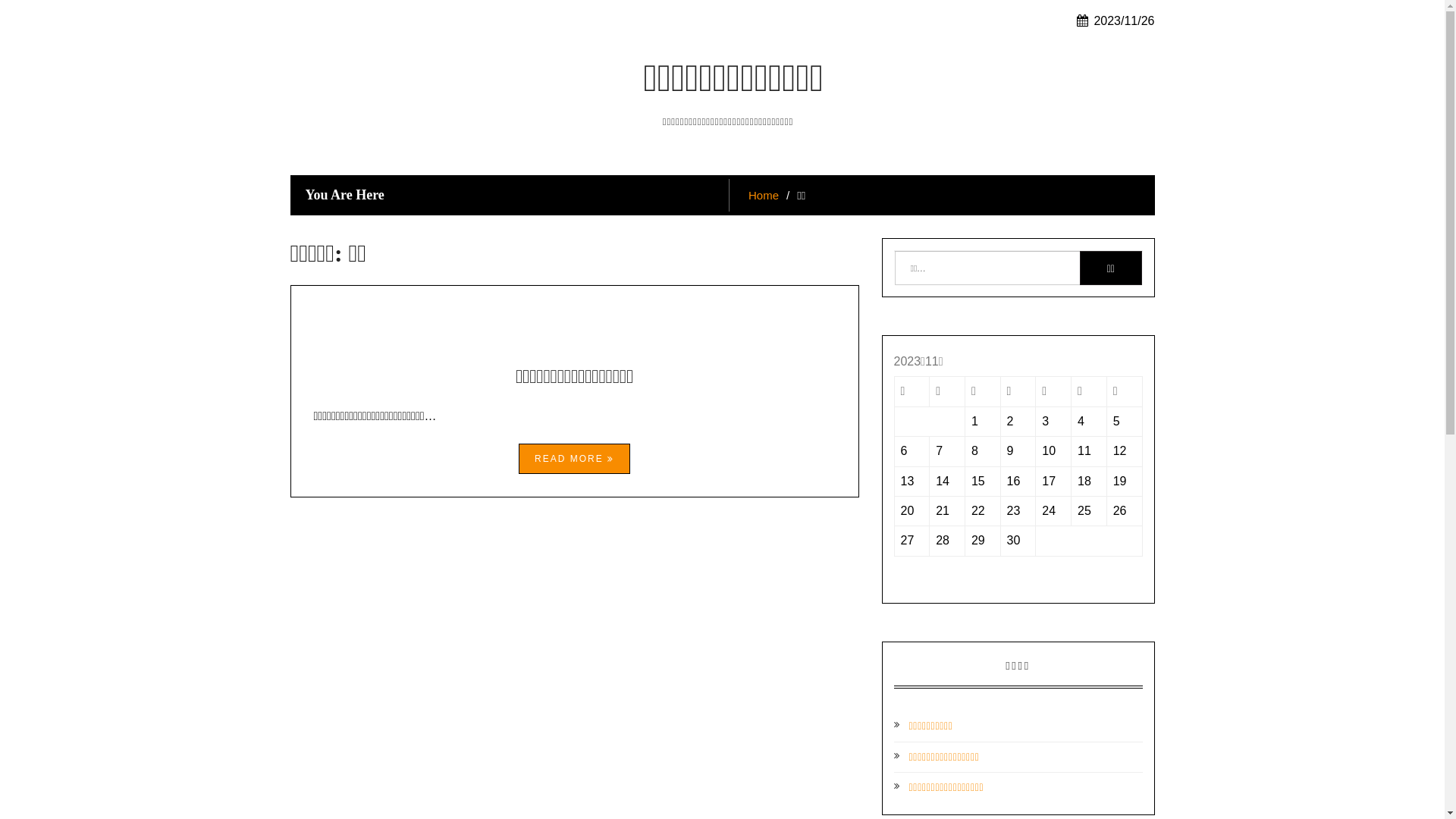 The height and width of the screenshot is (819, 1456). Describe the element at coordinates (519, 458) in the screenshot. I see `'READ MORE'` at that location.